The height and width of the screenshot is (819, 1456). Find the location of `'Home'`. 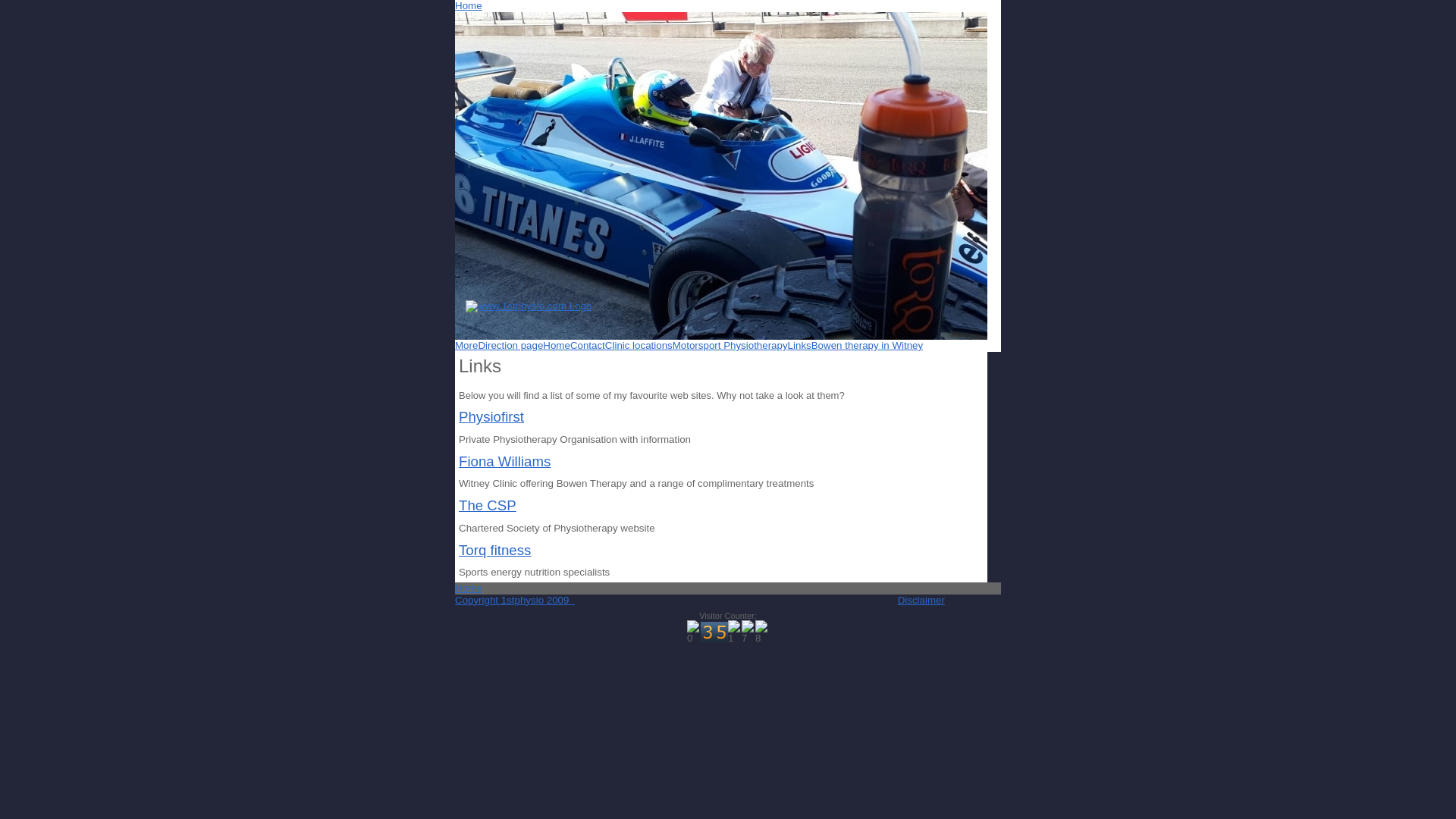

'Home' is located at coordinates (468, 5).